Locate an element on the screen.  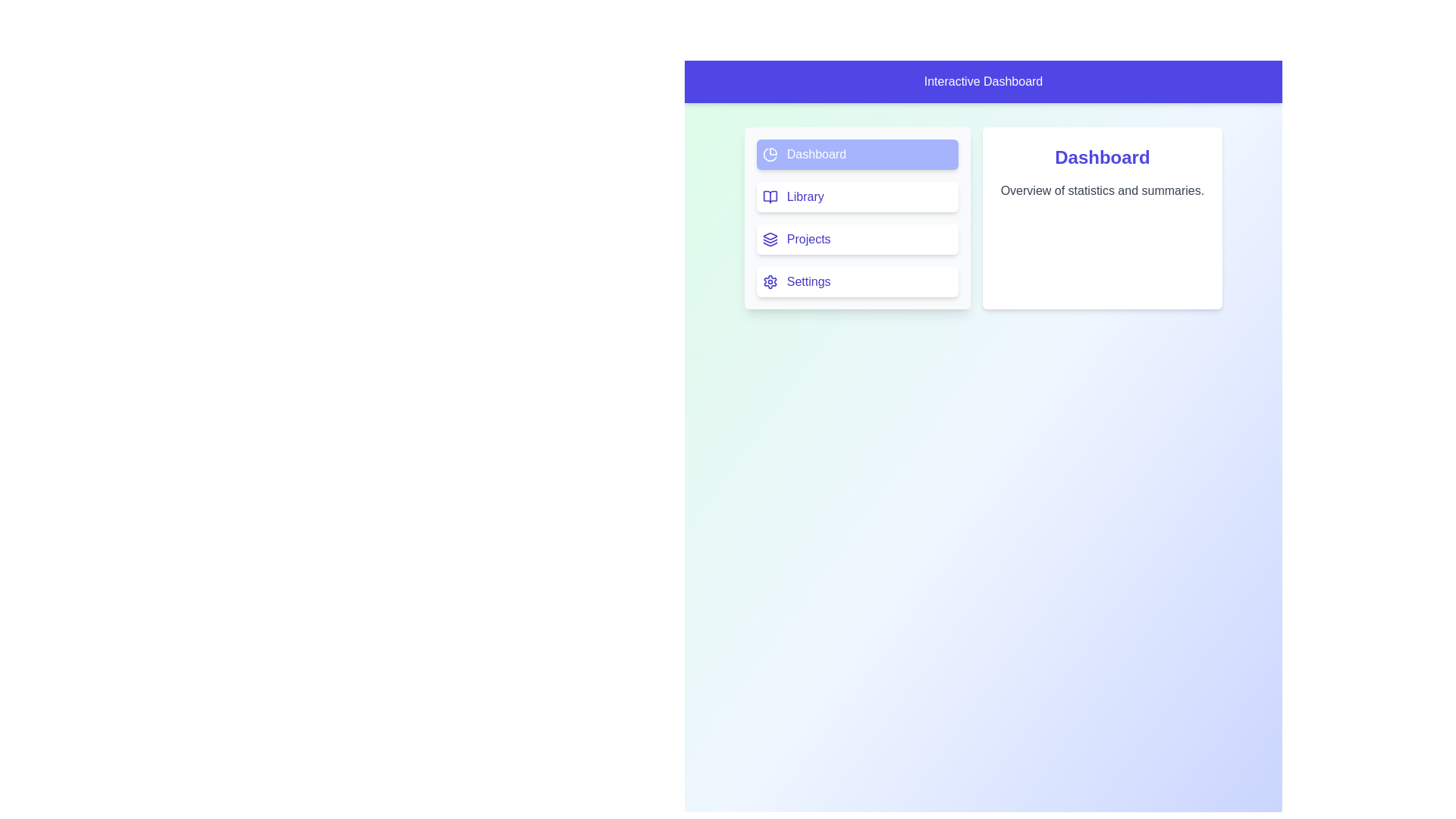
the tab Settings from the navigation menu is located at coordinates (857, 281).